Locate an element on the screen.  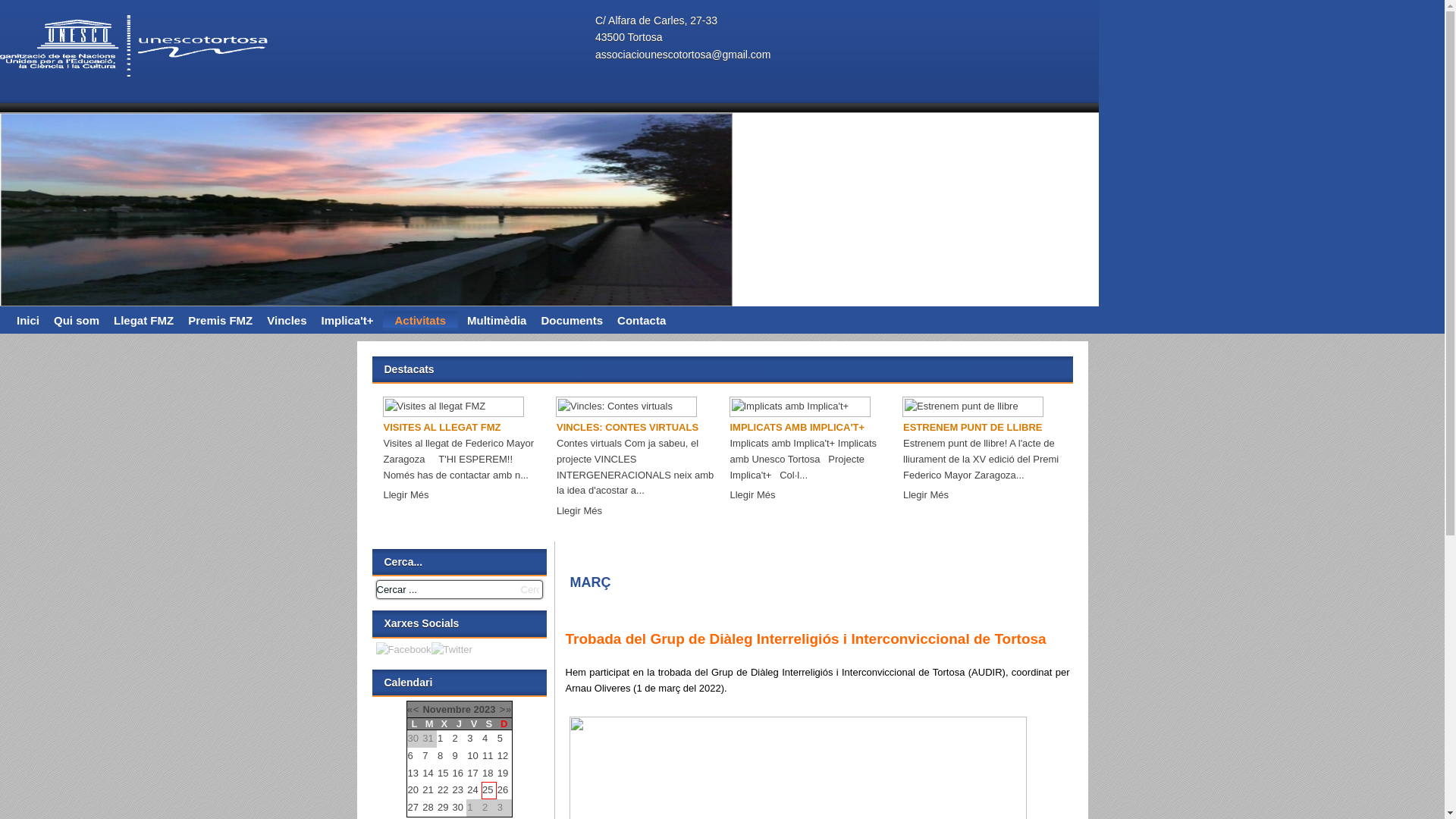
'Implica't+' is located at coordinates (346, 320).